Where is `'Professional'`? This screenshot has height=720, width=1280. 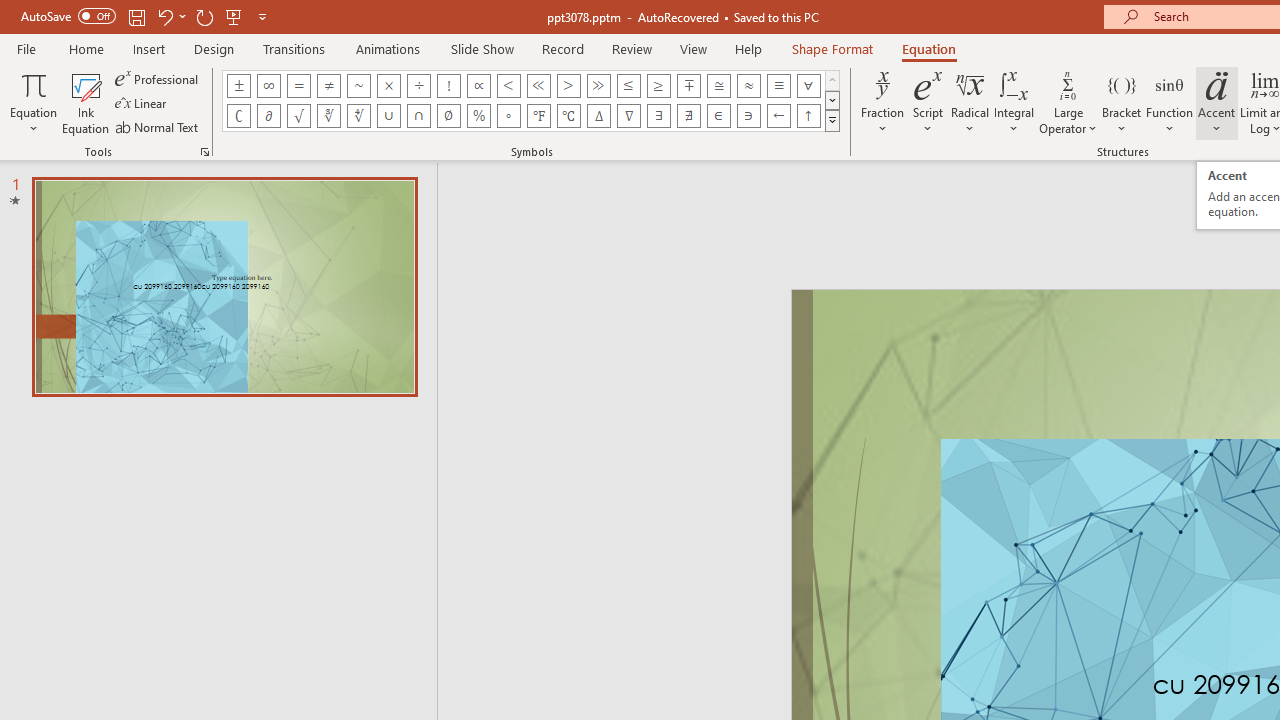 'Professional' is located at coordinates (157, 78).